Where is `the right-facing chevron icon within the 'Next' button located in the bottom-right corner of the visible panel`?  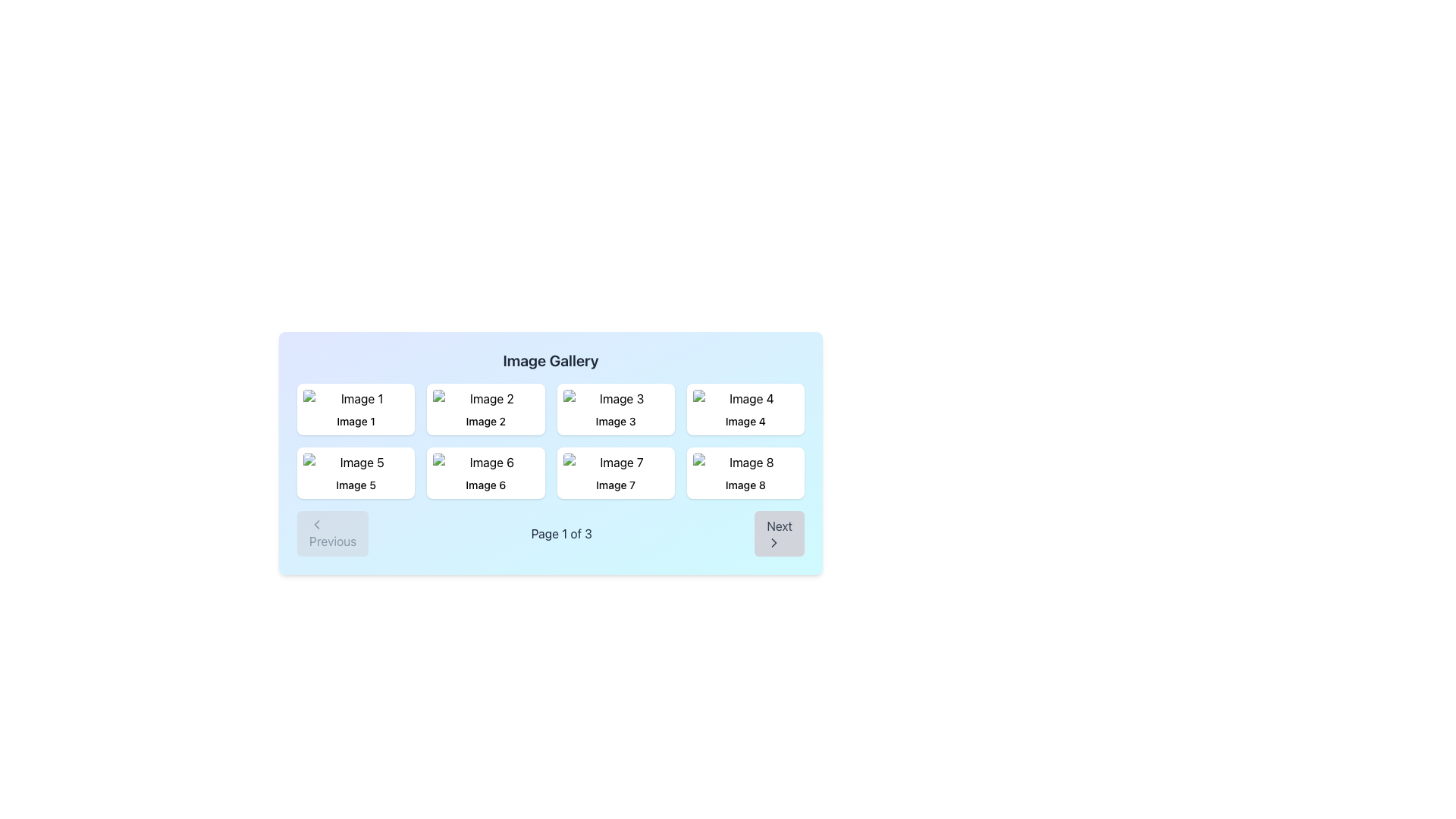
the right-facing chevron icon within the 'Next' button located in the bottom-right corner of the visible panel is located at coordinates (774, 542).